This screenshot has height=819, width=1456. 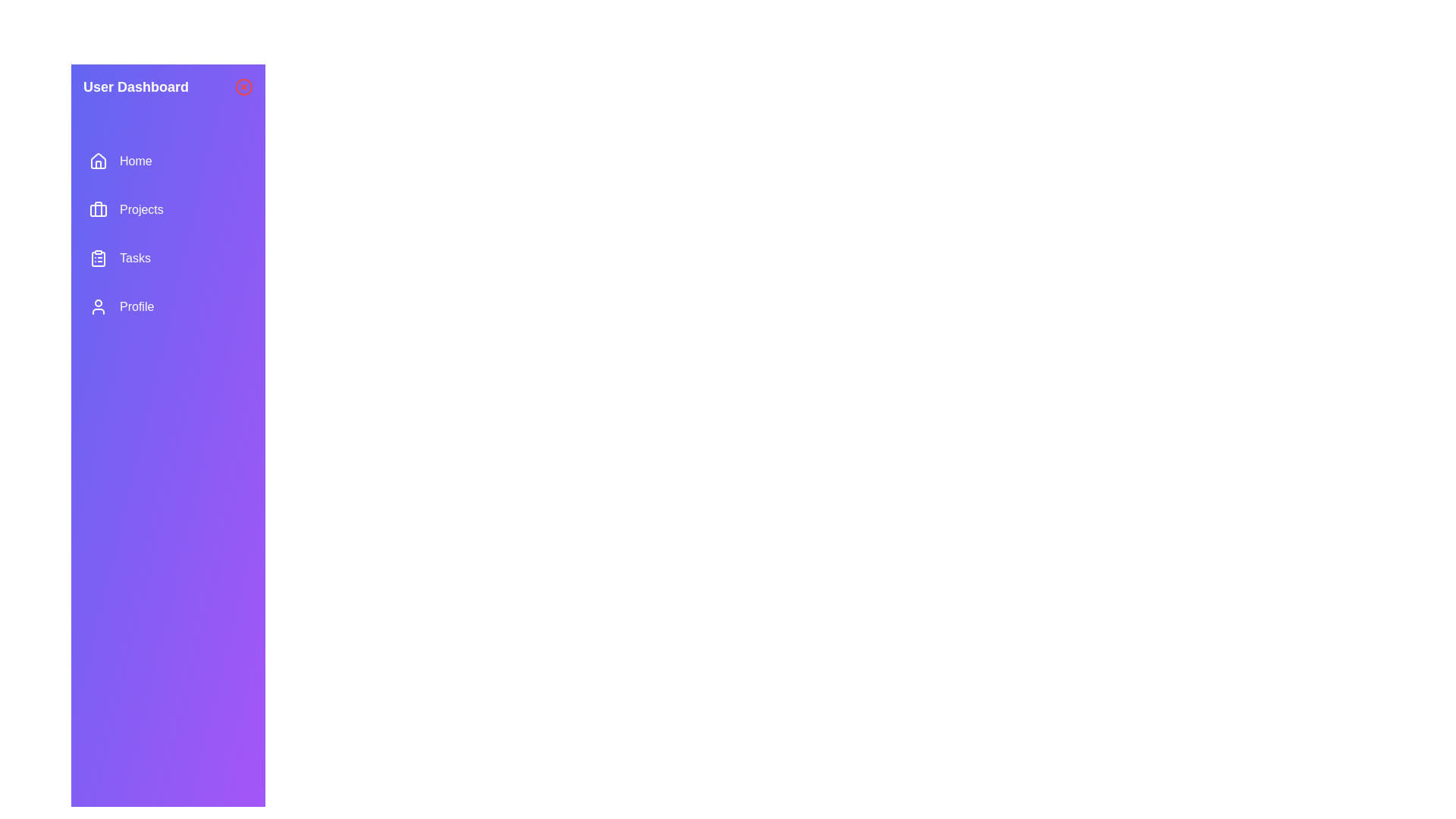 I want to click on the 'Tasks' icon located in the vertical sidebar on the left-hand side of the interface, so click(x=97, y=259).